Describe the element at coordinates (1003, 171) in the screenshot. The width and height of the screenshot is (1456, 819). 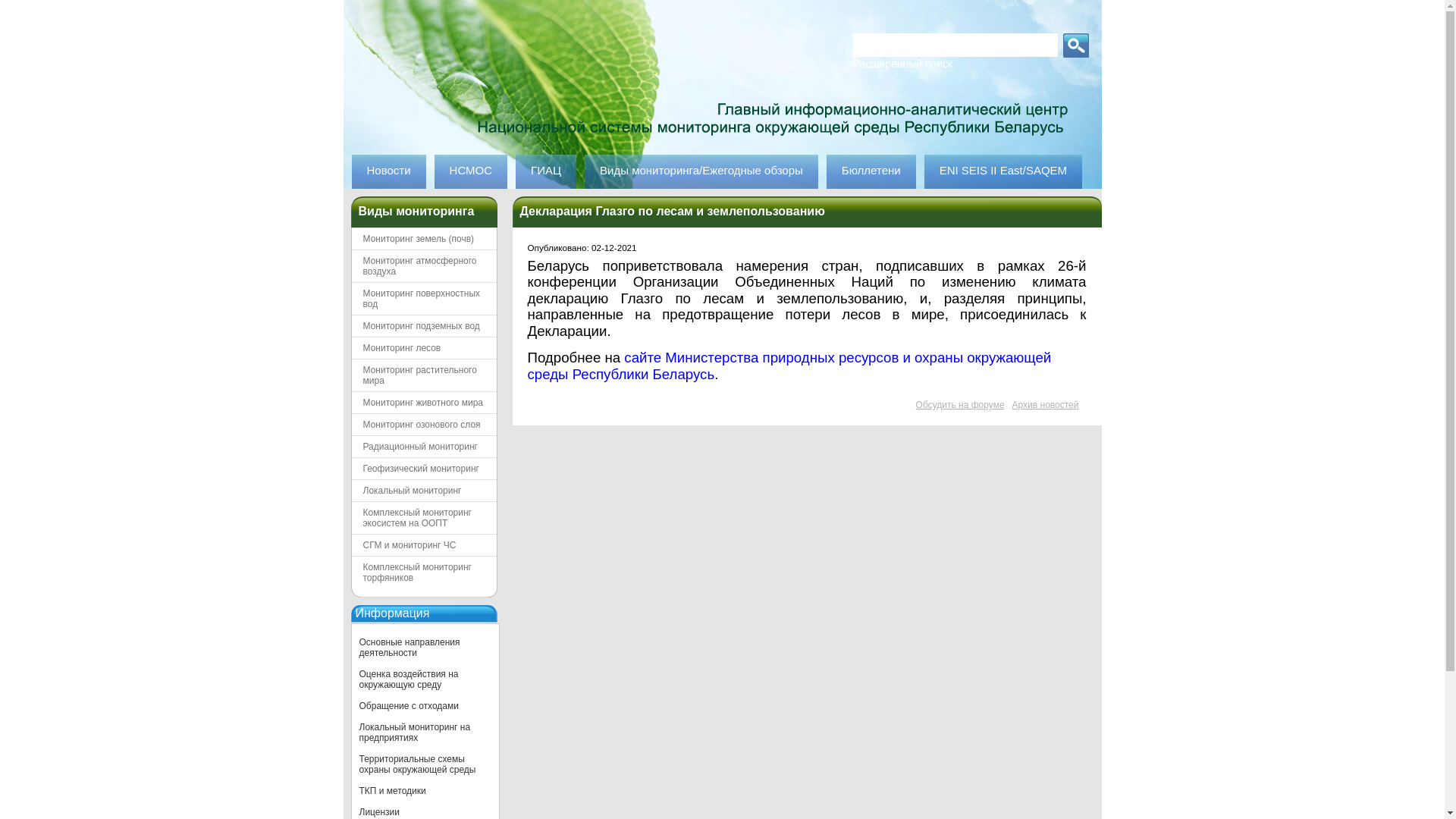
I see `'ENI SEIS II East/SAQEM'` at that location.